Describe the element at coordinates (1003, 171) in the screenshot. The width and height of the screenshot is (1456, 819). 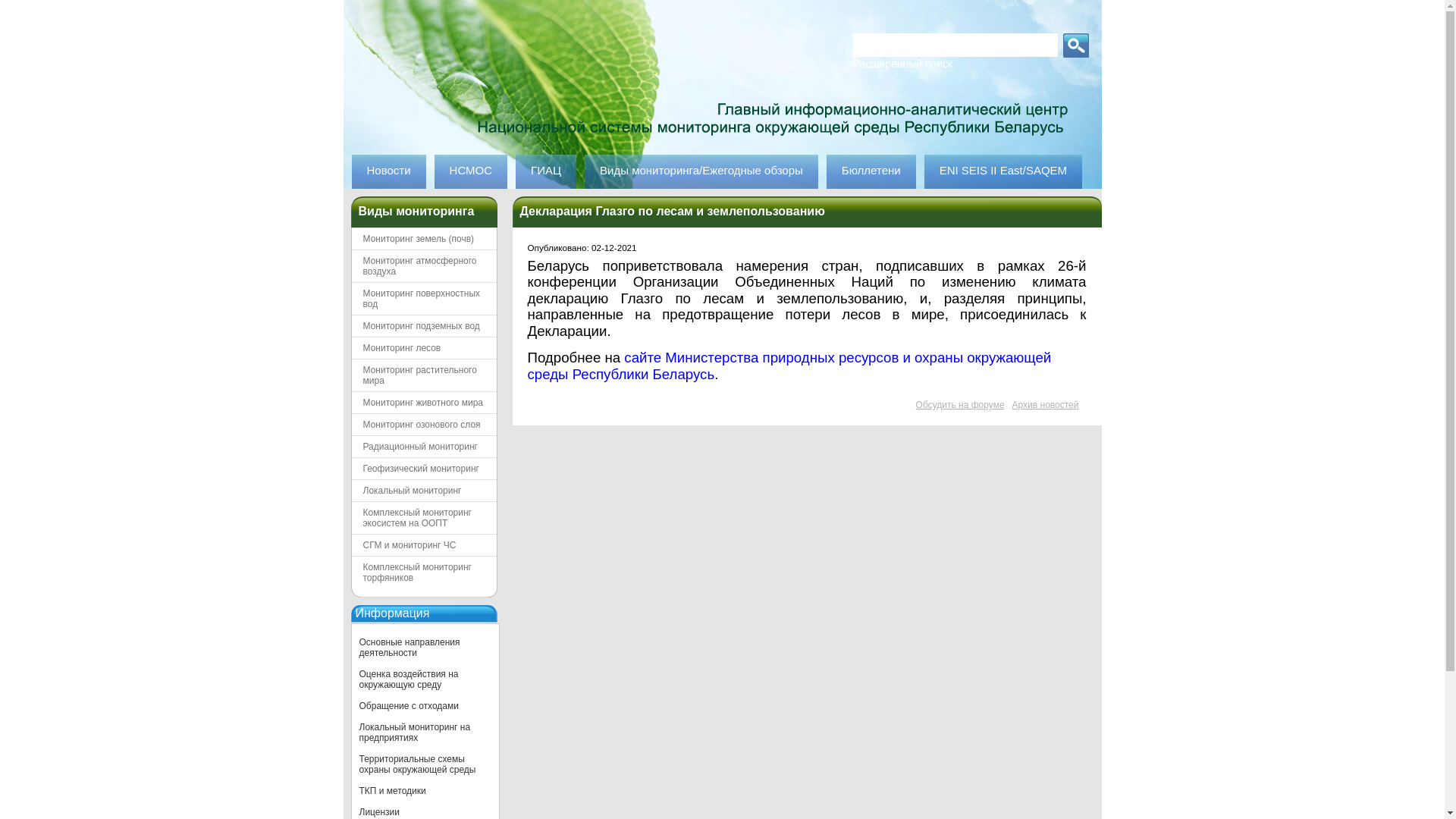
I see `'ENI SEIS II East/SAQEM'` at that location.